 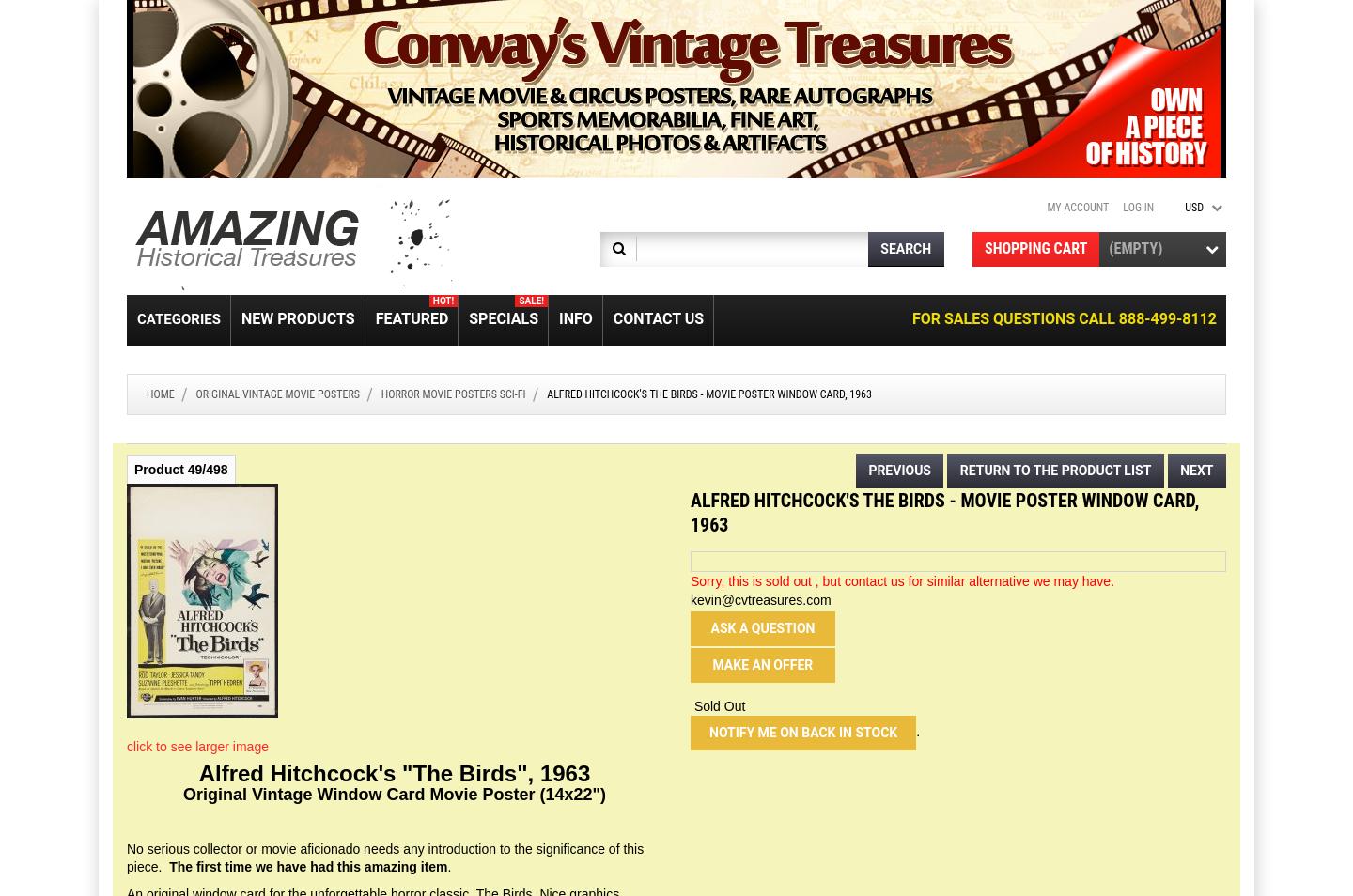 I want to click on 'Return to the Product List', so click(x=1054, y=470).